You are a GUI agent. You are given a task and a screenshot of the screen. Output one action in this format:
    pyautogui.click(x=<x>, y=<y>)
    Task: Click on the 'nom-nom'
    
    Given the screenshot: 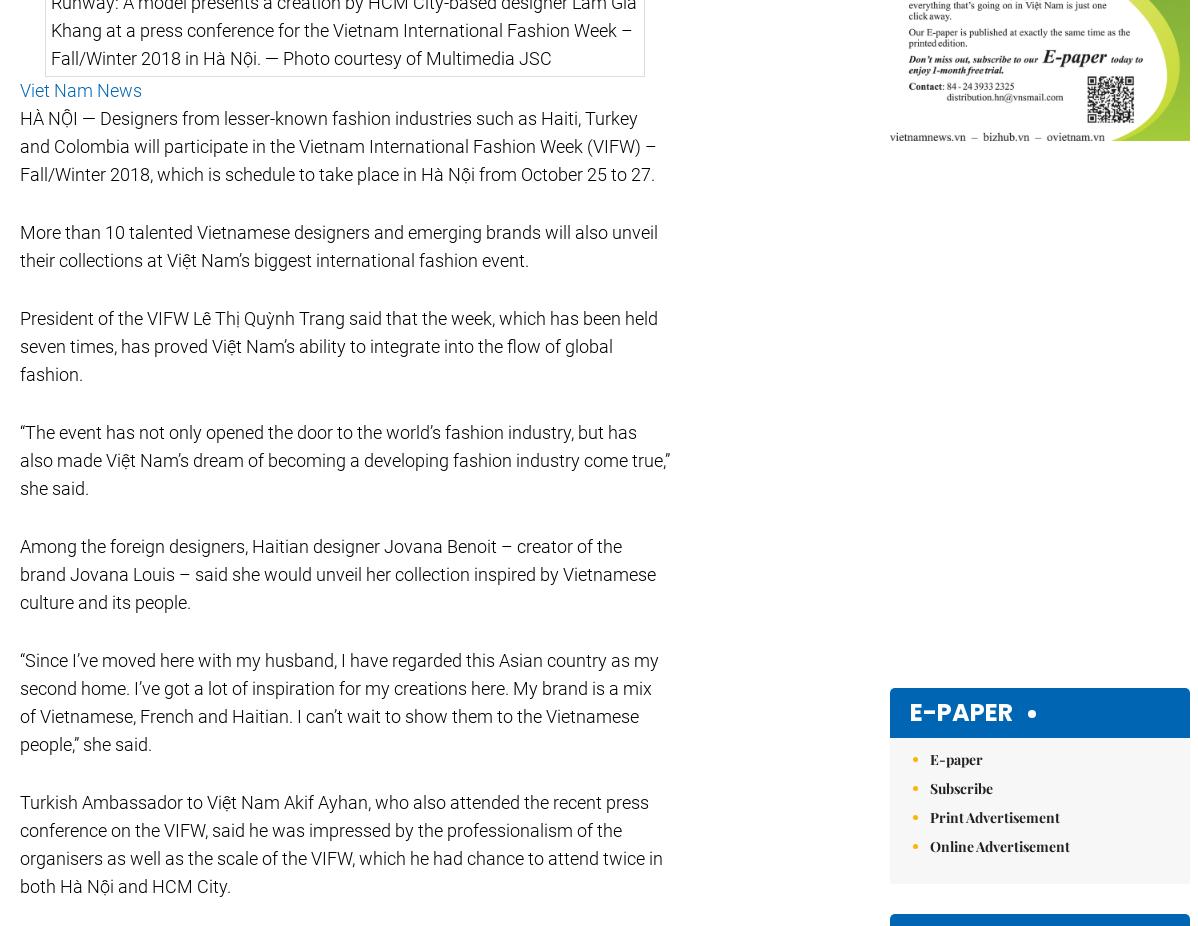 What is the action you would take?
    pyautogui.click(x=638, y=536)
    